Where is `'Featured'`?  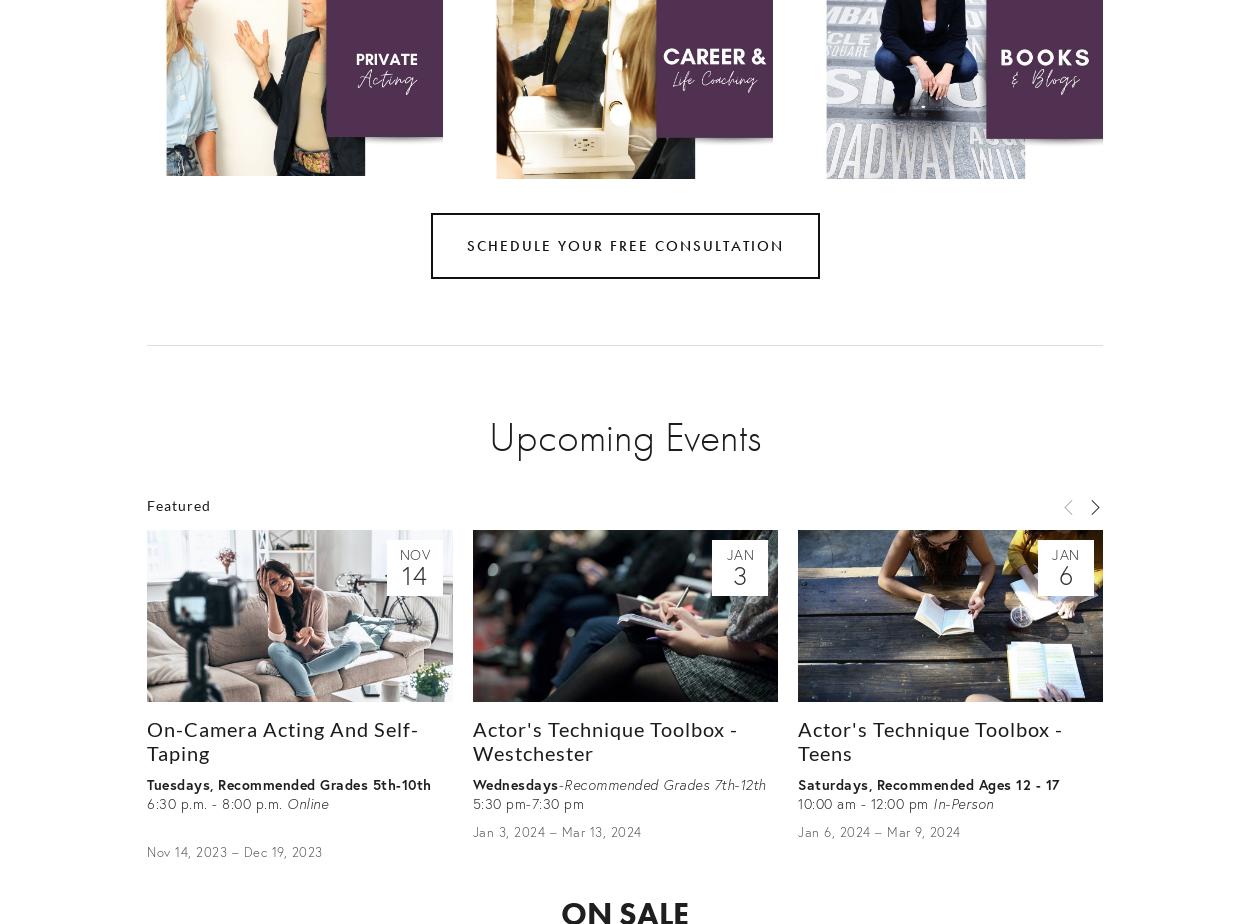 'Featured' is located at coordinates (179, 503).